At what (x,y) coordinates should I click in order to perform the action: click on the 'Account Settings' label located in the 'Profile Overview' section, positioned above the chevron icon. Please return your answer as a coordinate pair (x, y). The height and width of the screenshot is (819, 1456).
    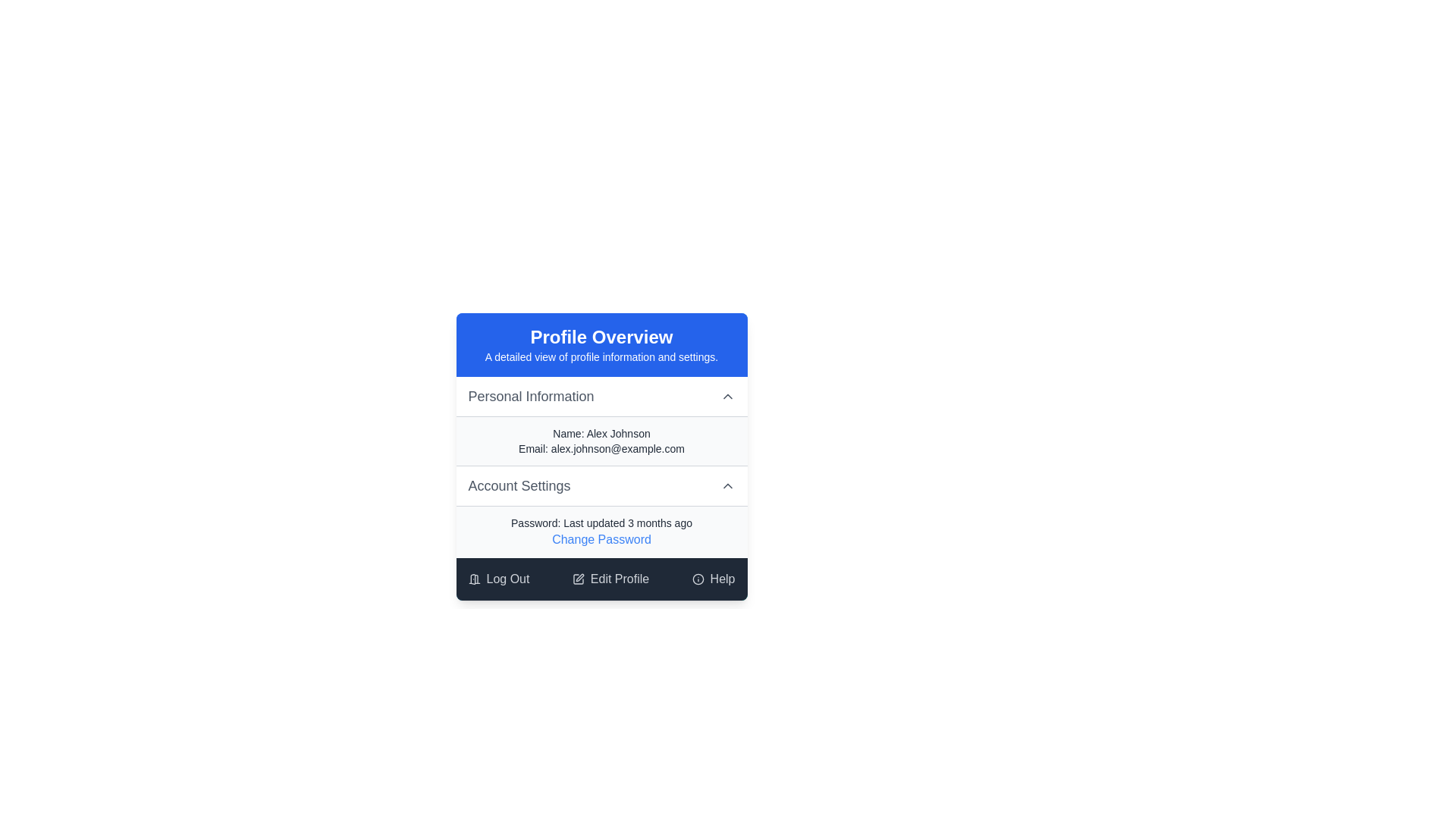
    Looking at the image, I should click on (519, 485).